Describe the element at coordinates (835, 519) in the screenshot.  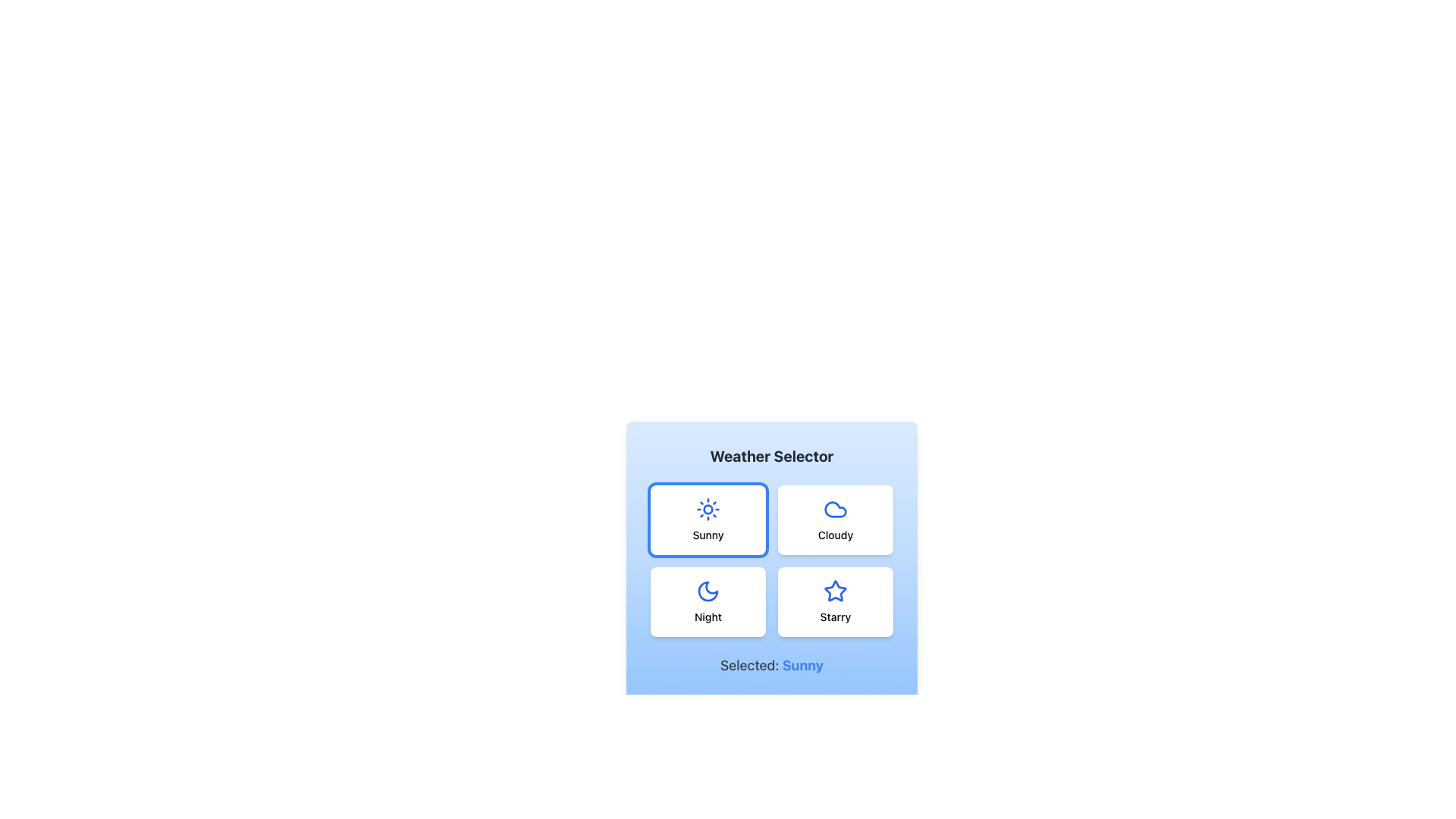
I see `the second button in the top row of the 2x2 grid layout, which is labeled for selecting the 'Cloudy' weather condition, to update the selection` at that location.